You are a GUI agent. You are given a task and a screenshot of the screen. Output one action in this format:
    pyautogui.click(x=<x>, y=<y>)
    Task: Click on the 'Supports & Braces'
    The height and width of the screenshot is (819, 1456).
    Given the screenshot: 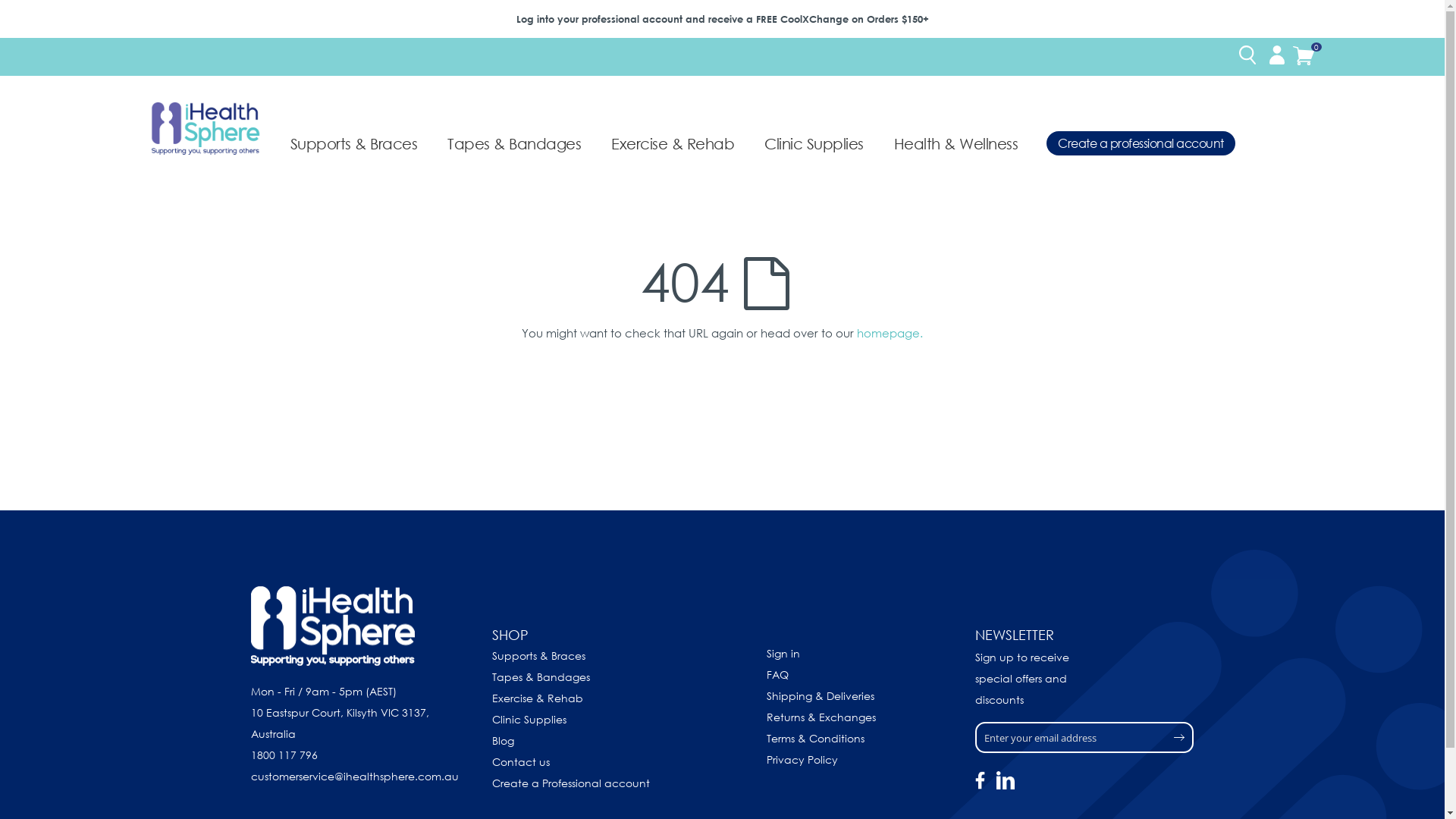 What is the action you would take?
    pyautogui.click(x=538, y=654)
    